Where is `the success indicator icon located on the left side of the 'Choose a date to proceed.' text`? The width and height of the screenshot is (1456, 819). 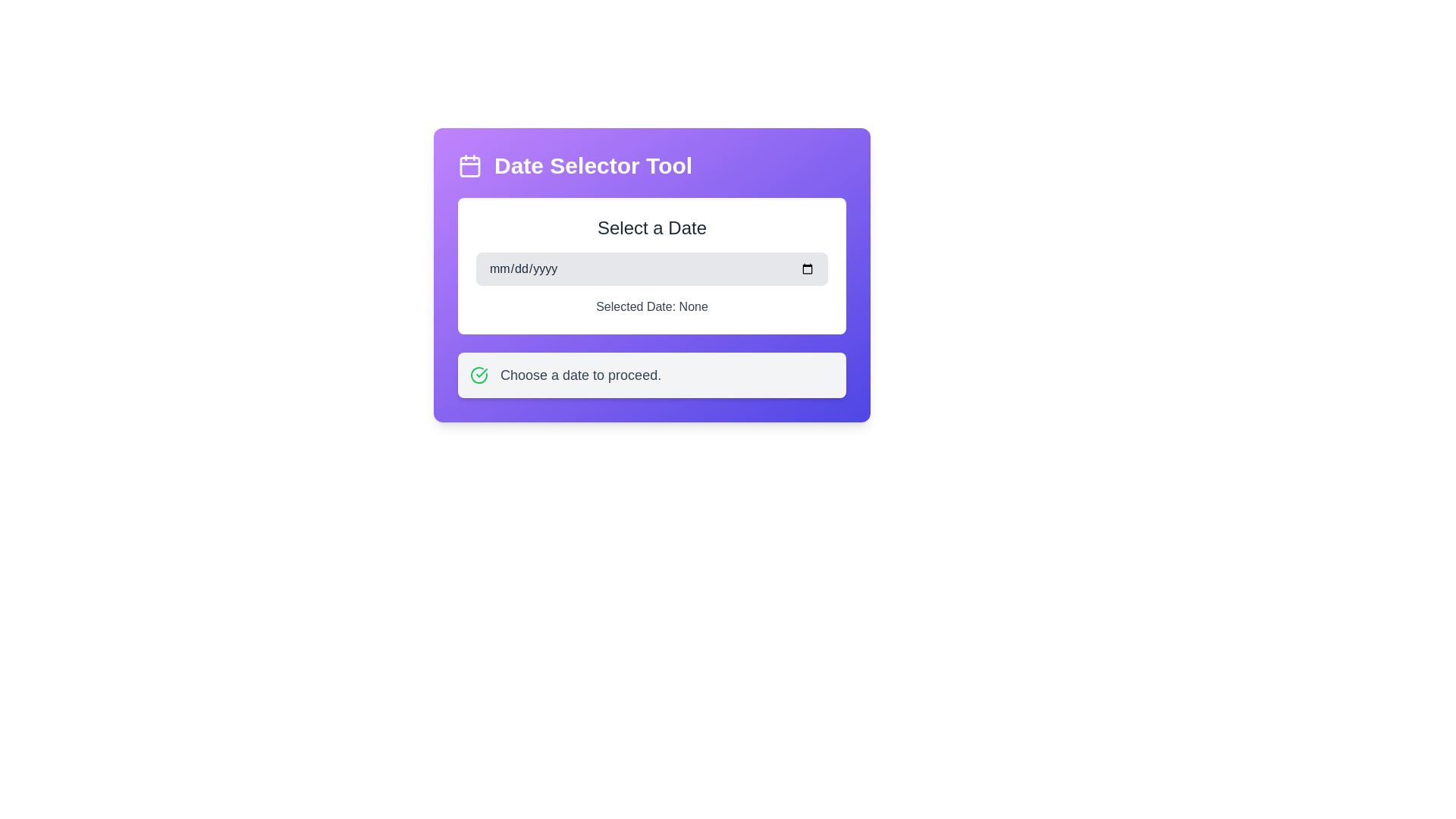
the success indicator icon located on the left side of the 'Choose a date to proceed.' text is located at coordinates (479, 375).